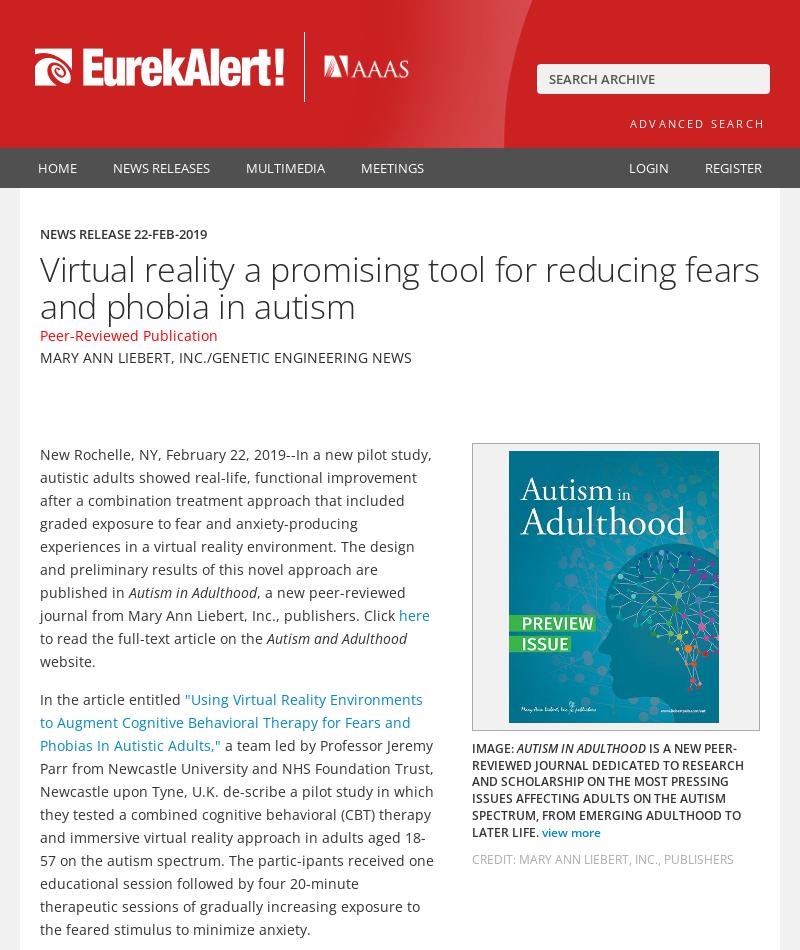  I want to click on 'Autism and Adulthood', so click(265, 637).